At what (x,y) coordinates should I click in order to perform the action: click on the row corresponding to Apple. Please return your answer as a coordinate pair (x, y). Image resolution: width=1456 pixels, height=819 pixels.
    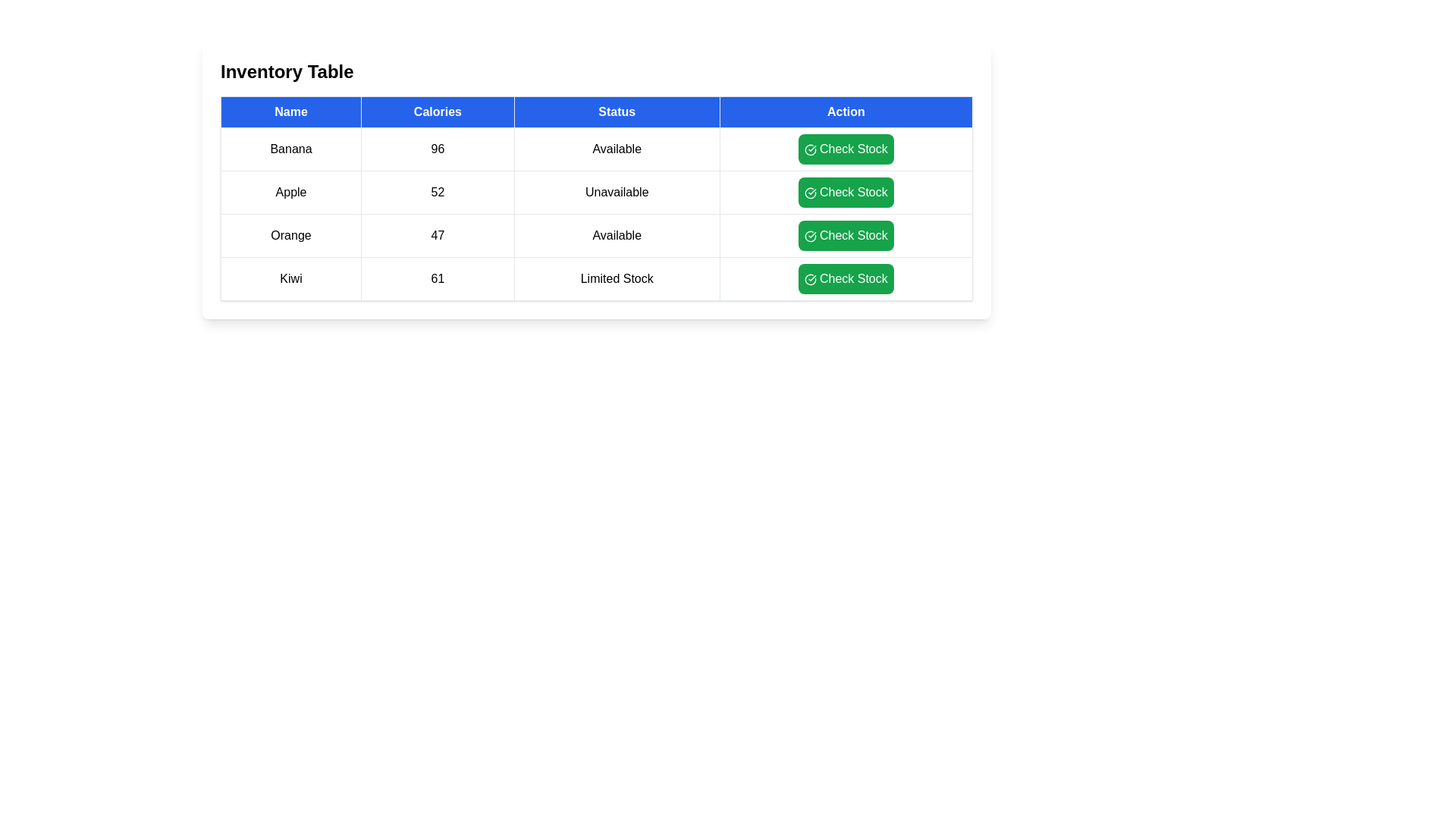
    Looking at the image, I should click on (596, 192).